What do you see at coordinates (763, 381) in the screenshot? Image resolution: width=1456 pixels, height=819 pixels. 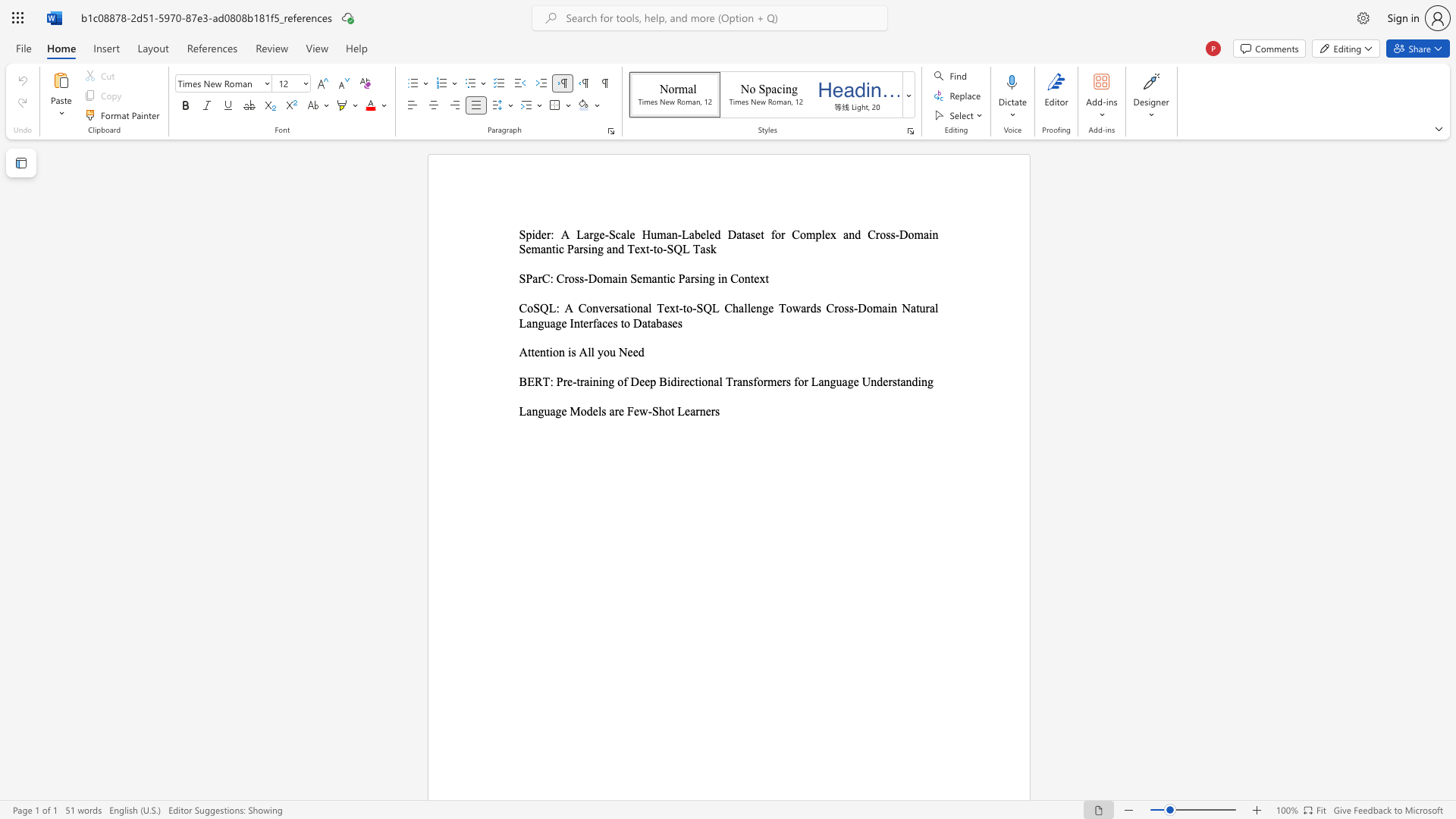 I see `the subset text "rmers" within the text "BERT: Pre-training of Deep Bidirectional Transformers for Language Understanding"` at bounding box center [763, 381].